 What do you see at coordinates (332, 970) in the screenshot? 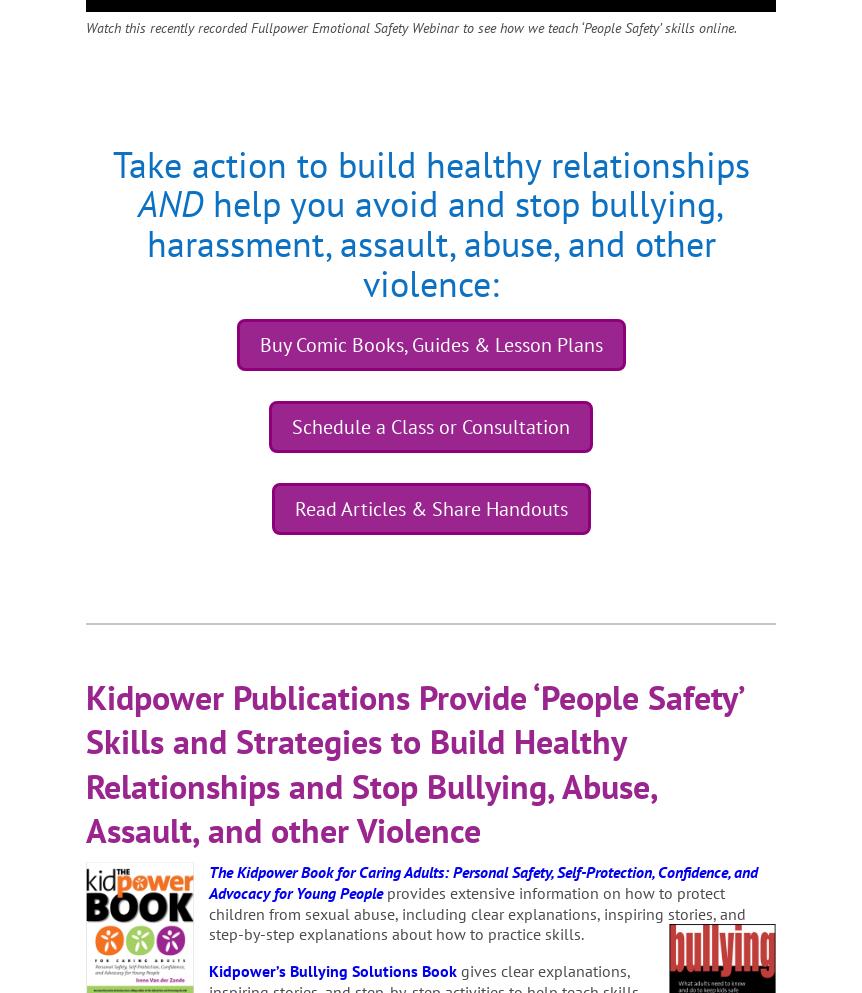
I see `'Kidpower’s Bullying Solutions Book'` at bounding box center [332, 970].